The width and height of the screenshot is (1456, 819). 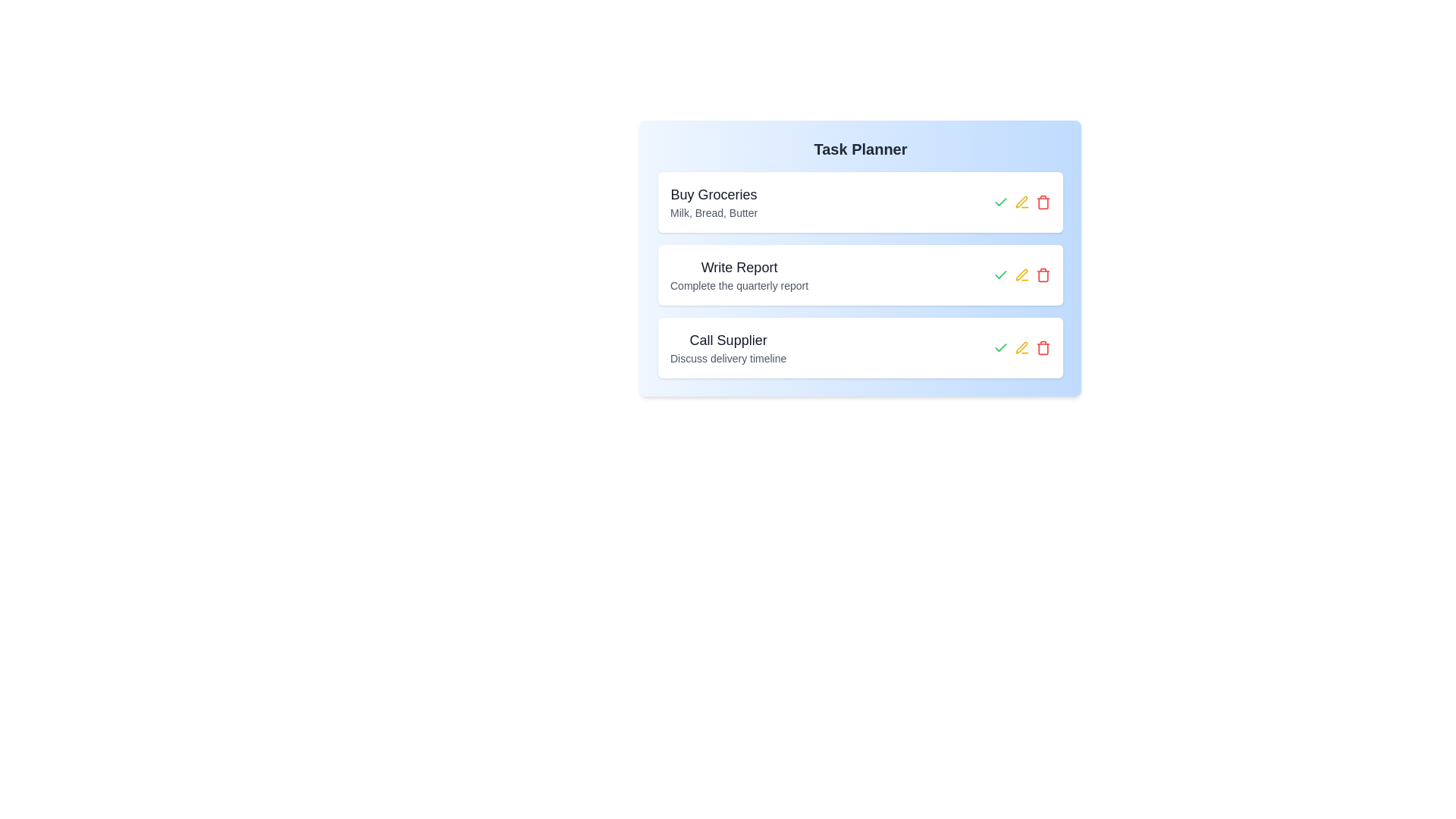 I want to click on the delete button for the task titled 'Buy Groceries', so click(x=1043, y=201).